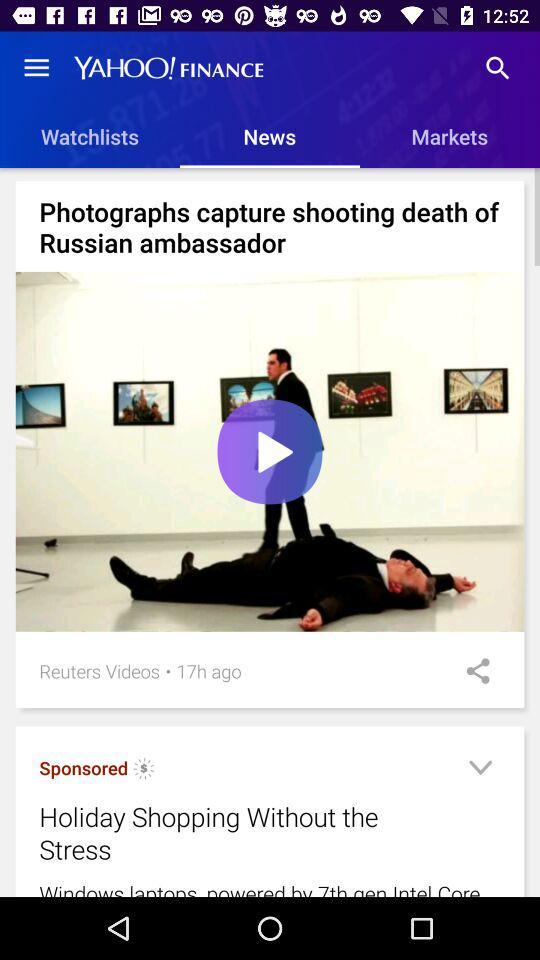 This screenshot has height=960, width=540. Describe the element at coordinates (479, 770) in the screenshot. I see `more option` at that location.